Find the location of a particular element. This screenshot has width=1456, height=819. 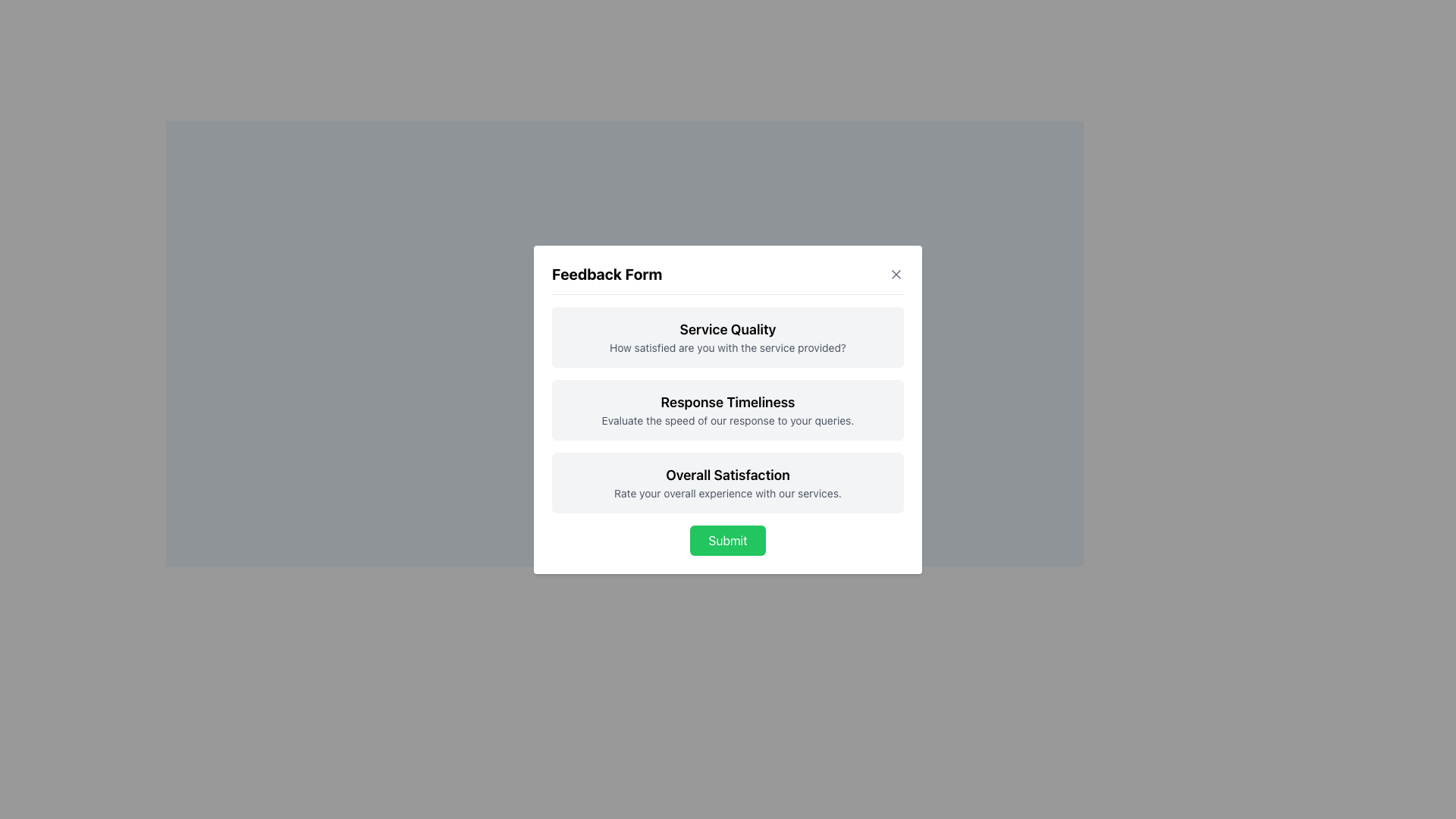

the close button located at the top-right corner of the Feedback Form modal is located at coordinates (896, 274).